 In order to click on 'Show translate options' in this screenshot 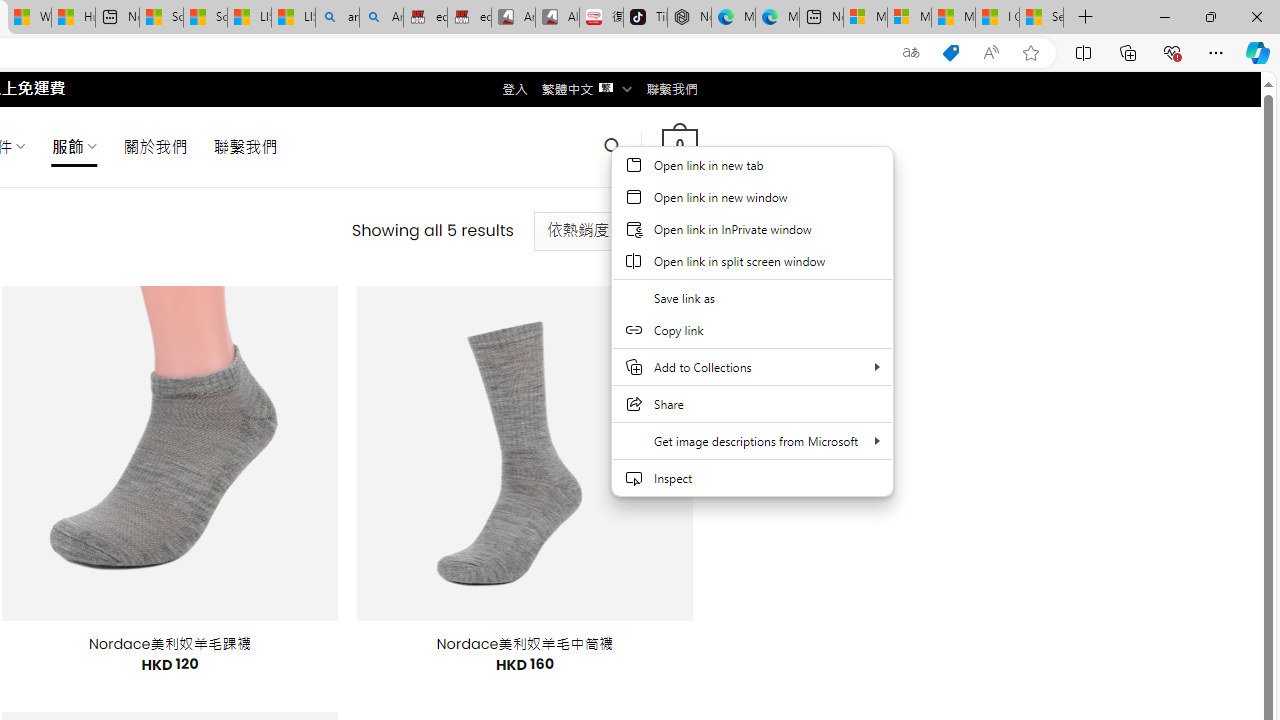, I will do `click(909, 52)`.